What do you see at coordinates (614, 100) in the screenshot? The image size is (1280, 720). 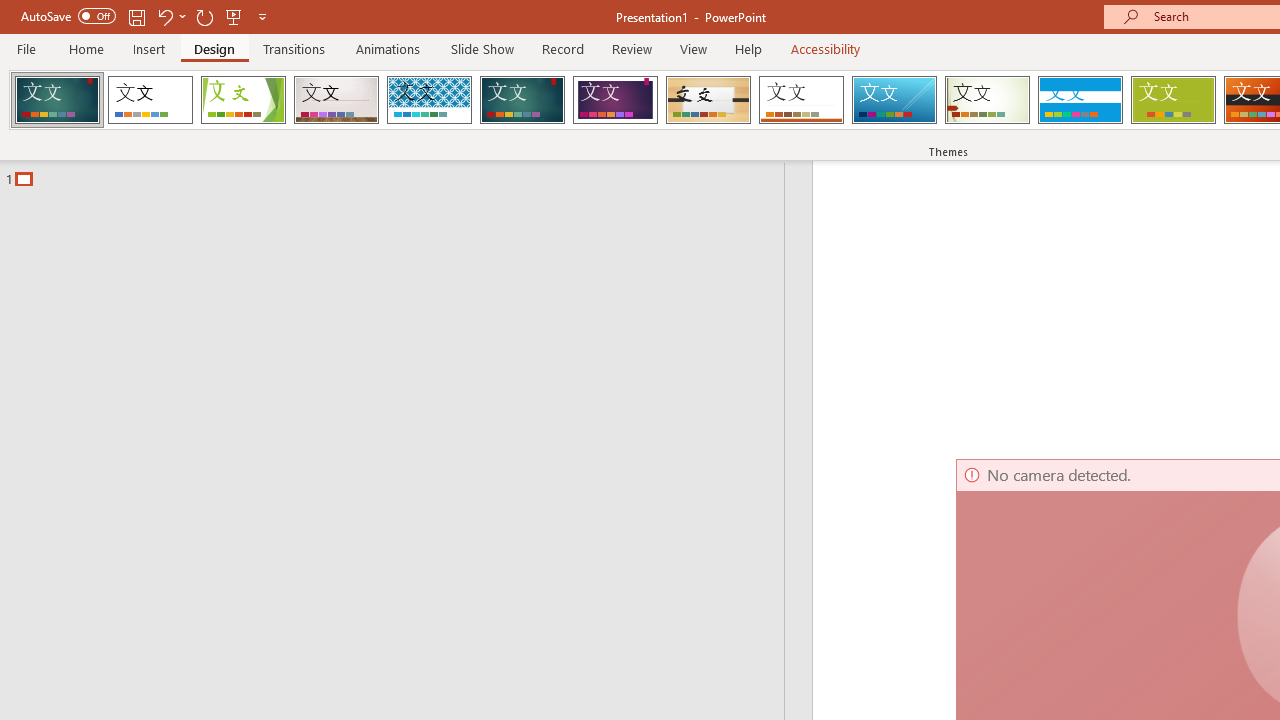 I see `'Ion Boardroom'` at bounding box center [614, 100].